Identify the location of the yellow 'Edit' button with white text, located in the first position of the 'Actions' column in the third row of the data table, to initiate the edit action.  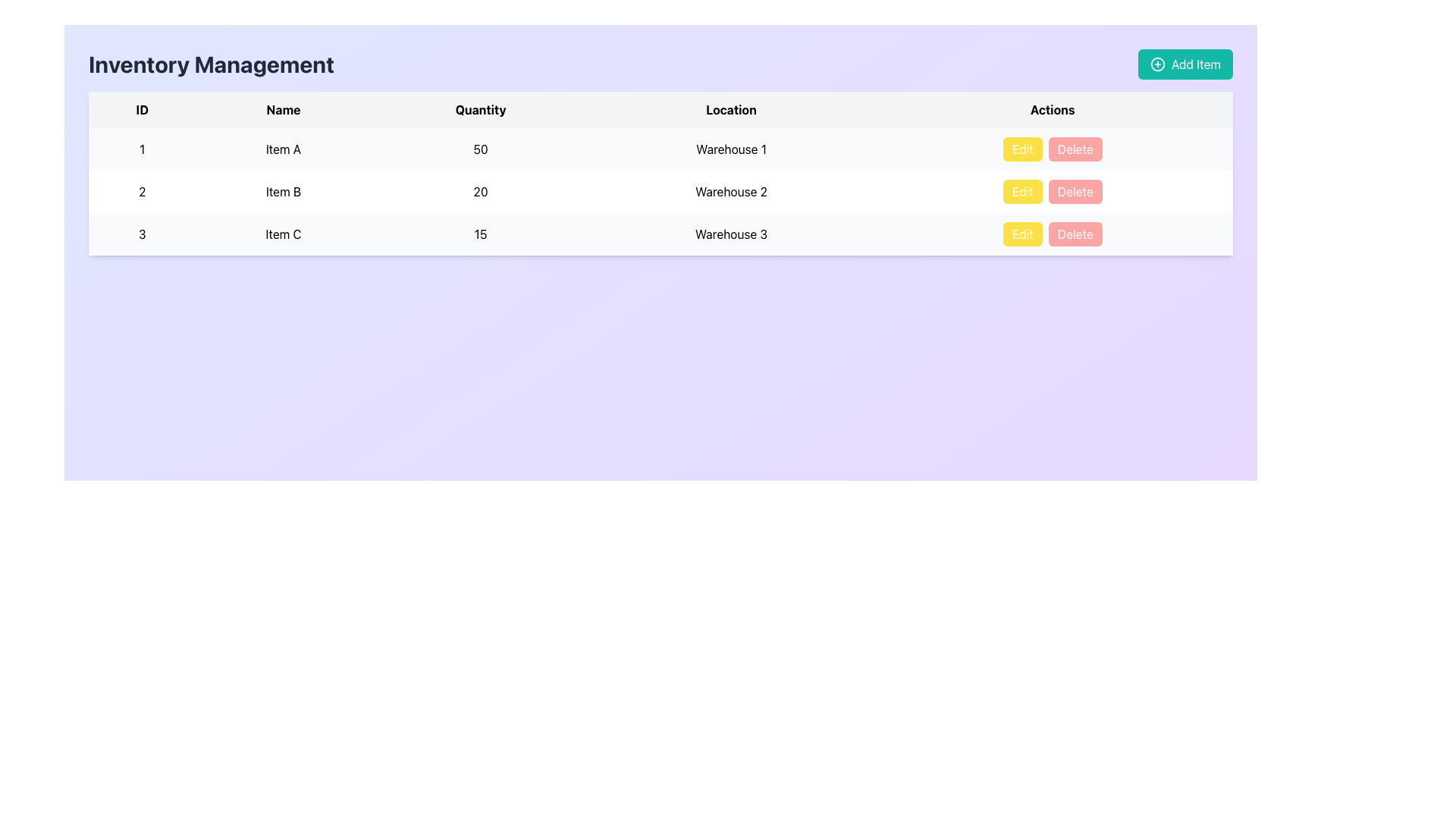
(1022, 234).